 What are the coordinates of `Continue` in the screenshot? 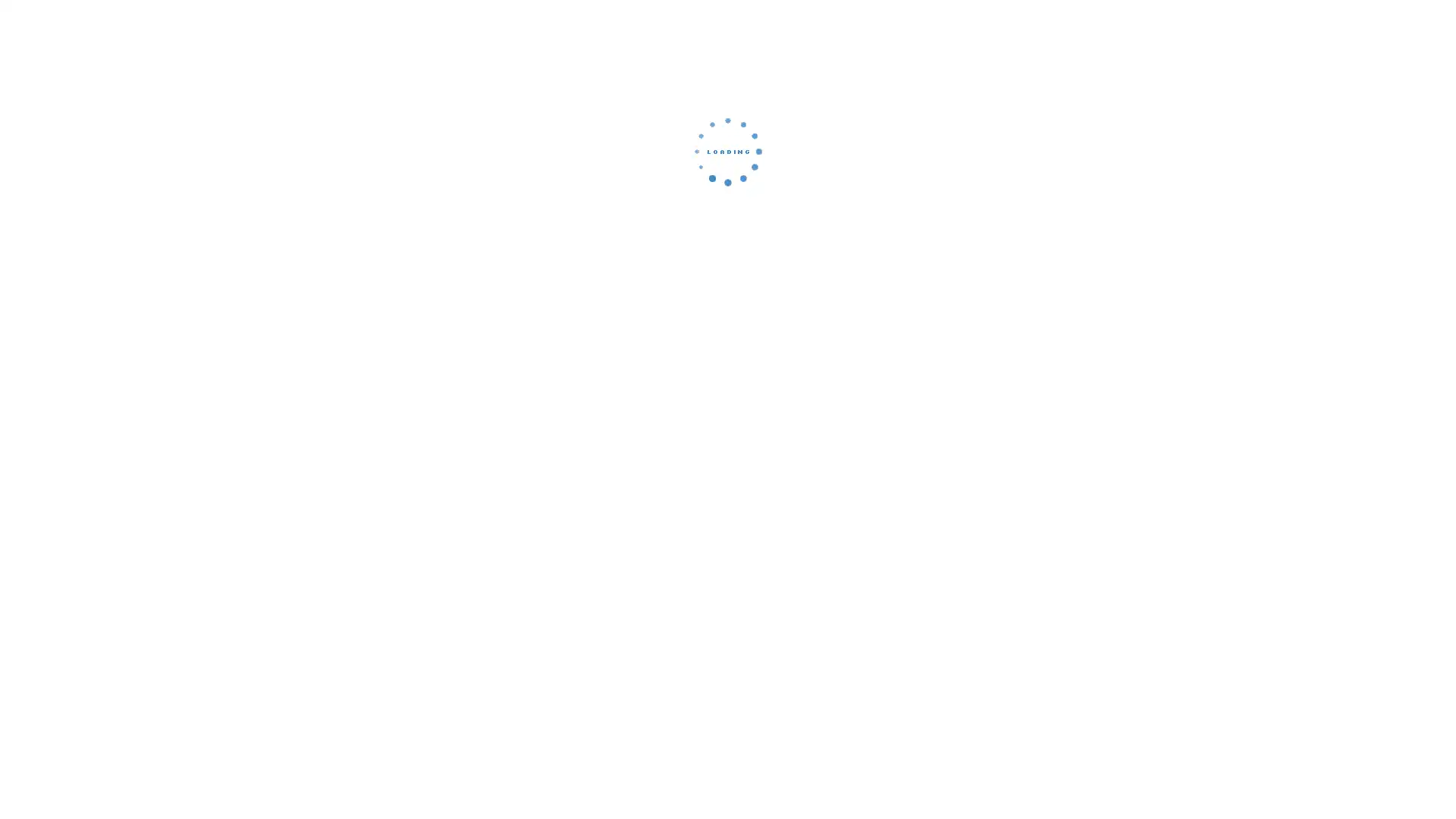 It's located at (728, 254).